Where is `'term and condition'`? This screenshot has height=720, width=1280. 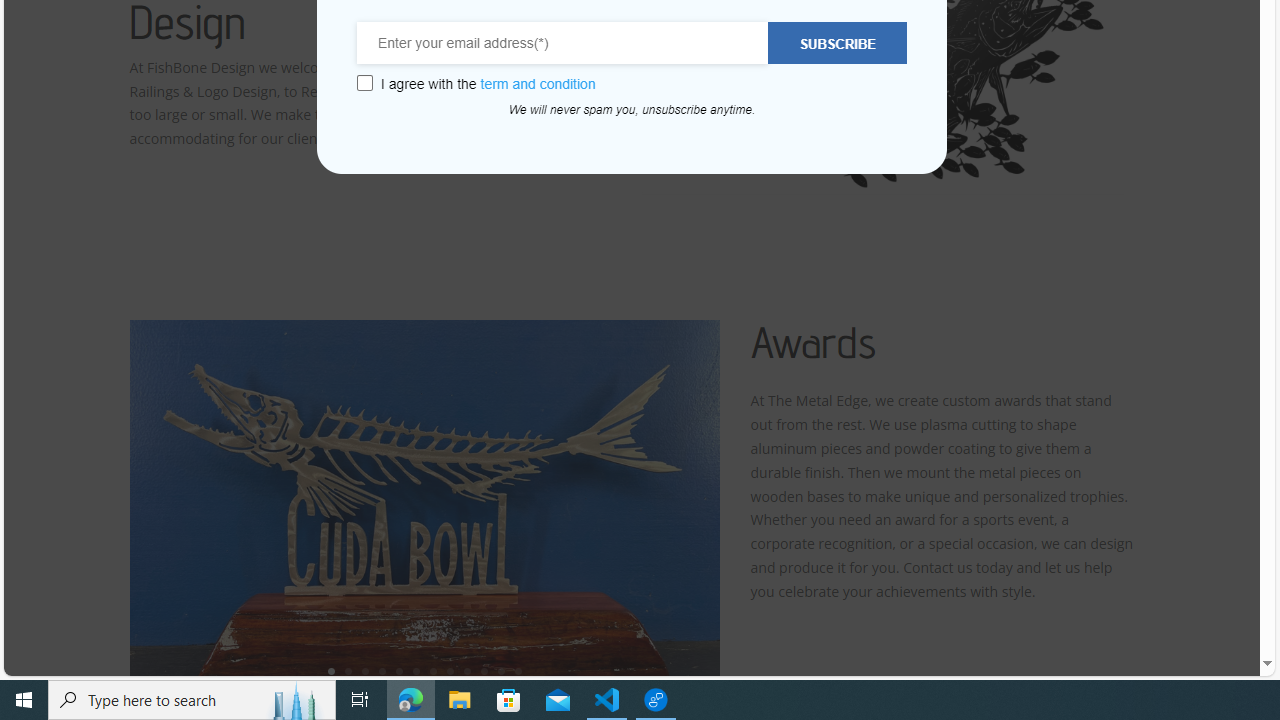
'term and condition' is located at coordinates (538, 83).